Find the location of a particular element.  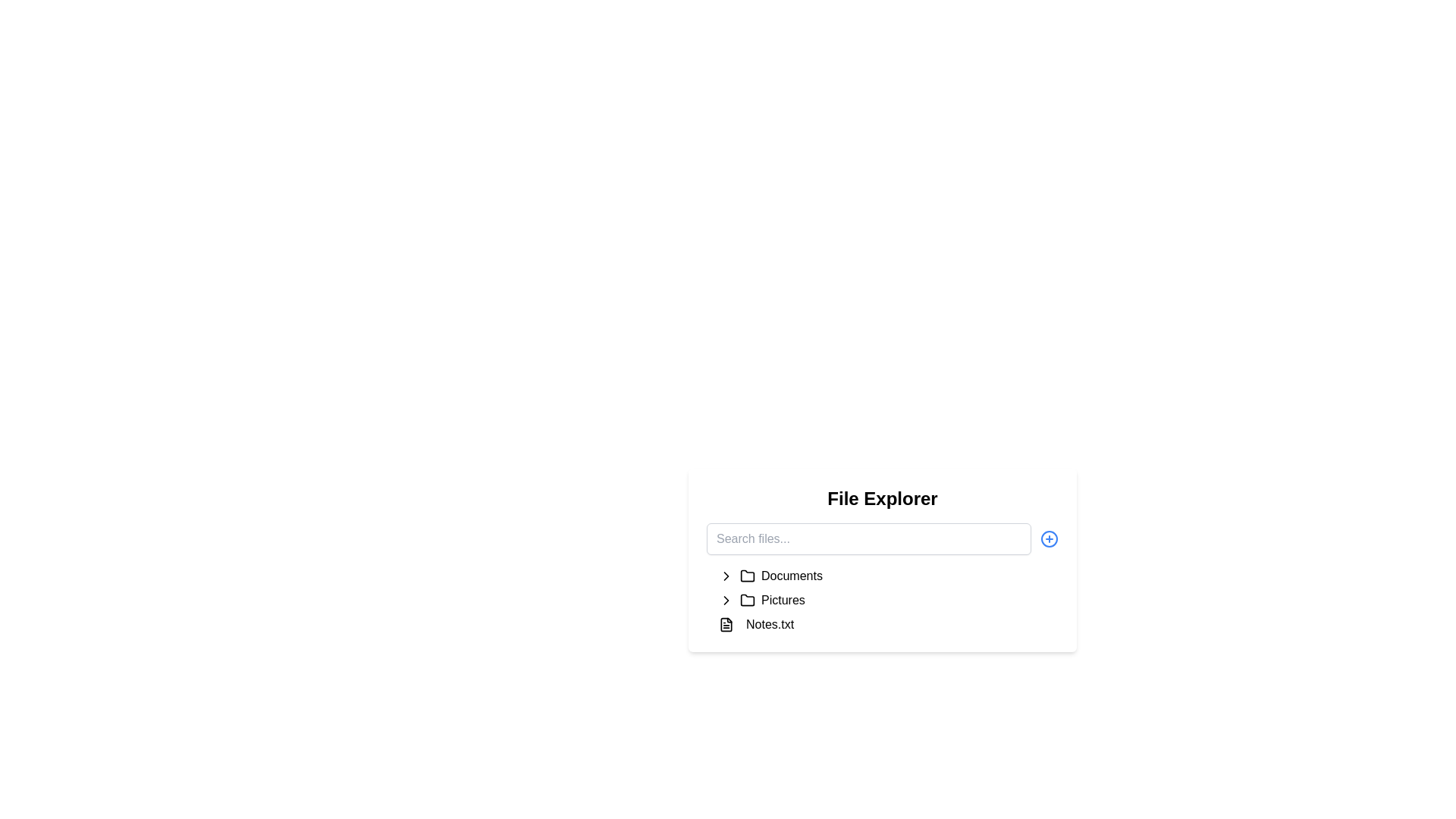

the SVG folder icon located in the 'Documents' line of the file explorer, which is characterized by a rectangular base with a slanted top edge and is positioned immediately to the left of the 'Documents' text is located at coordinates (747, 576).